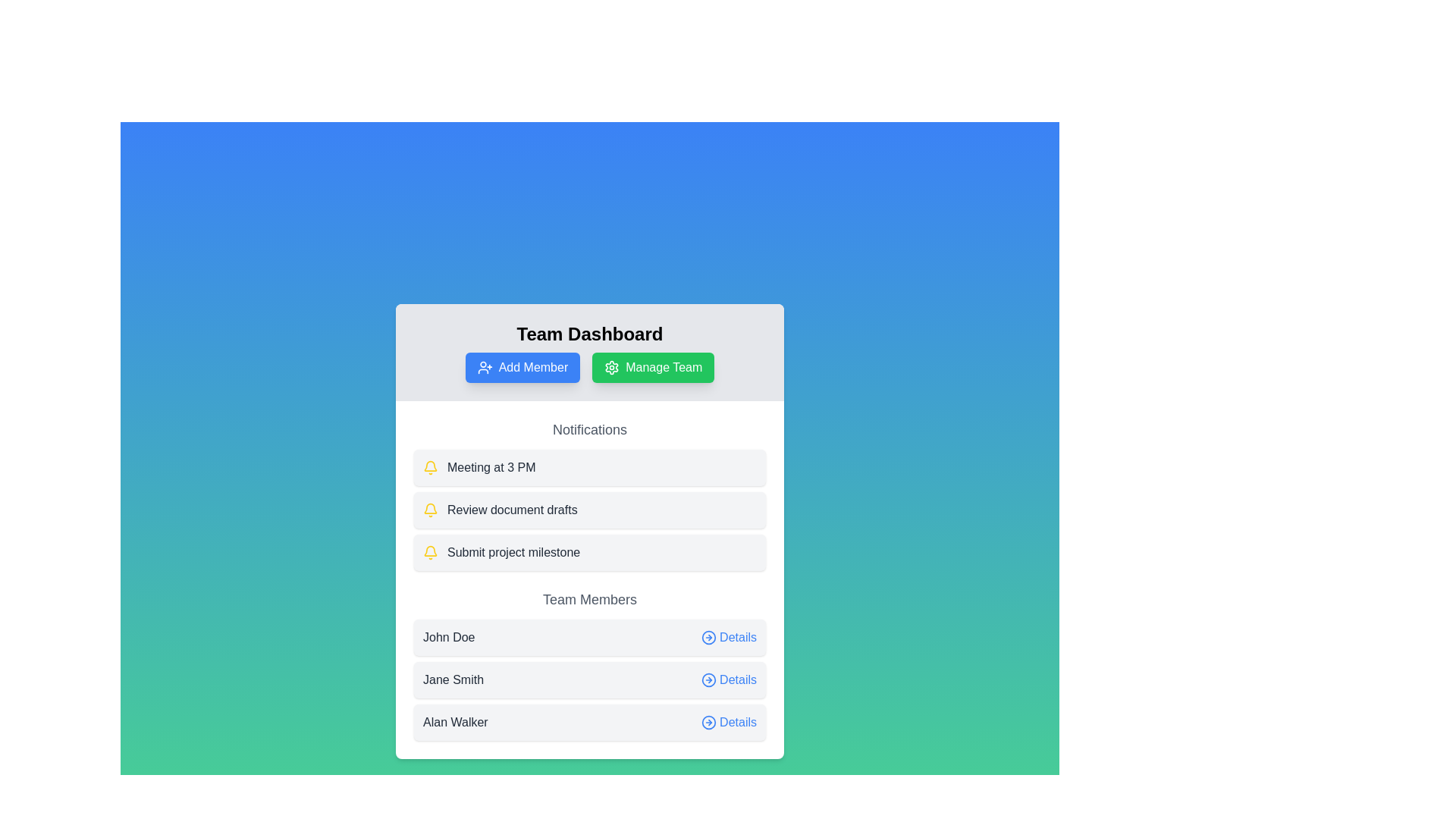 The image size is (1456, 819). Describe the element at coordinates (454, 721) in the screenshot. I see `the name label located at the leftmost side of the 'Team Members' section, which identifies an individual in the list of team members` at that location.